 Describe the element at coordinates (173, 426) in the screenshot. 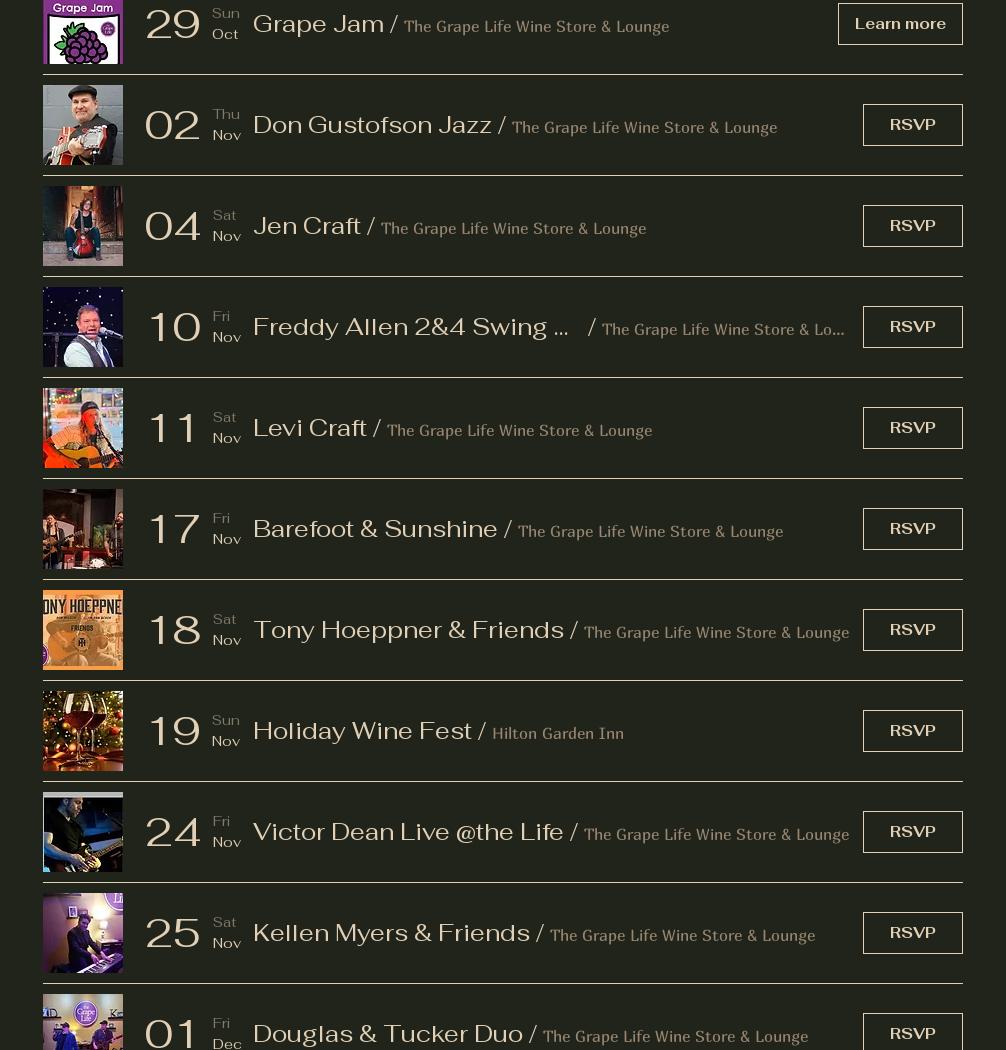

I see `'11'` at that location.